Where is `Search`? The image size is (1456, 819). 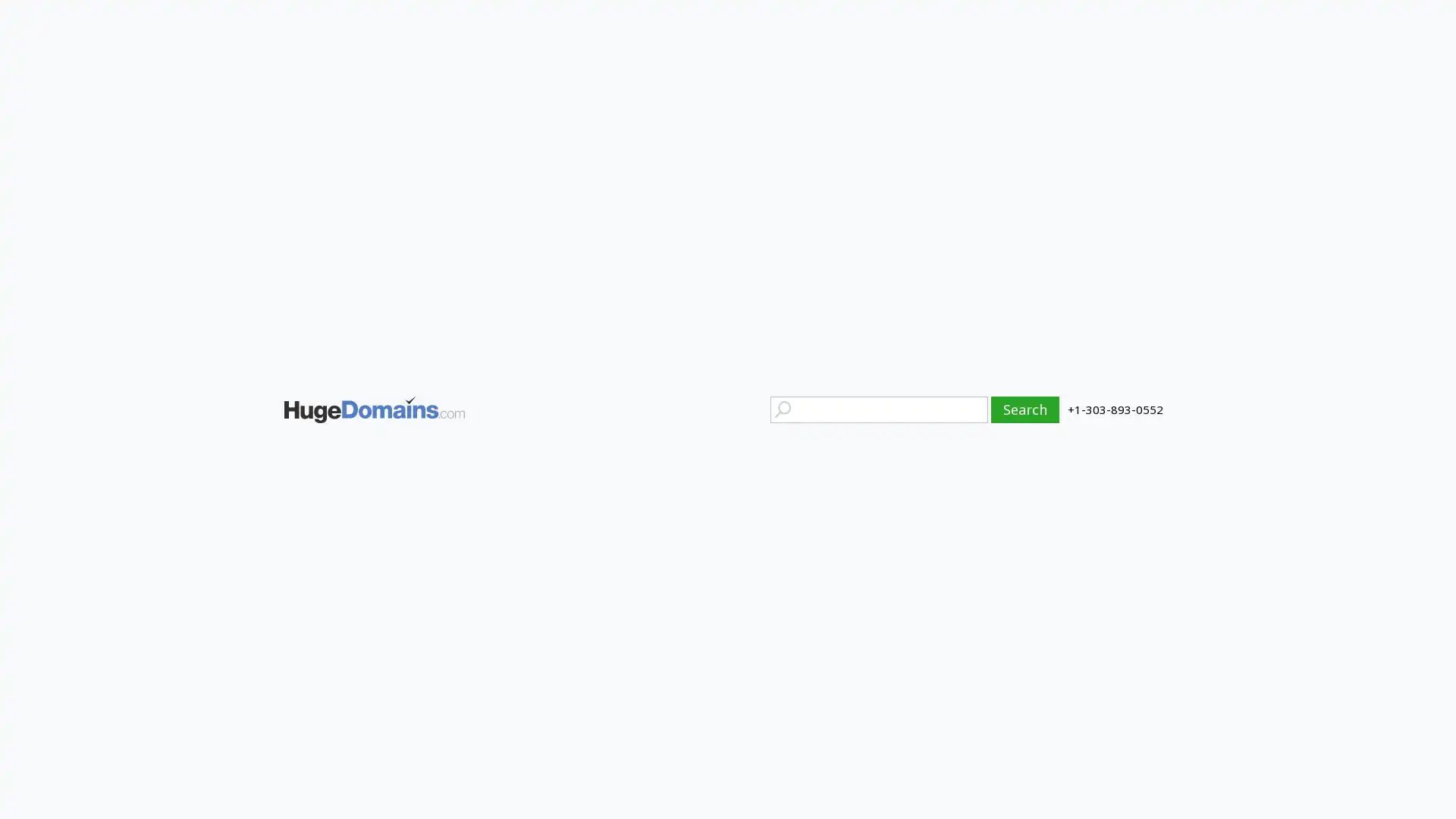
Search is located at coordinates (1025, 408).